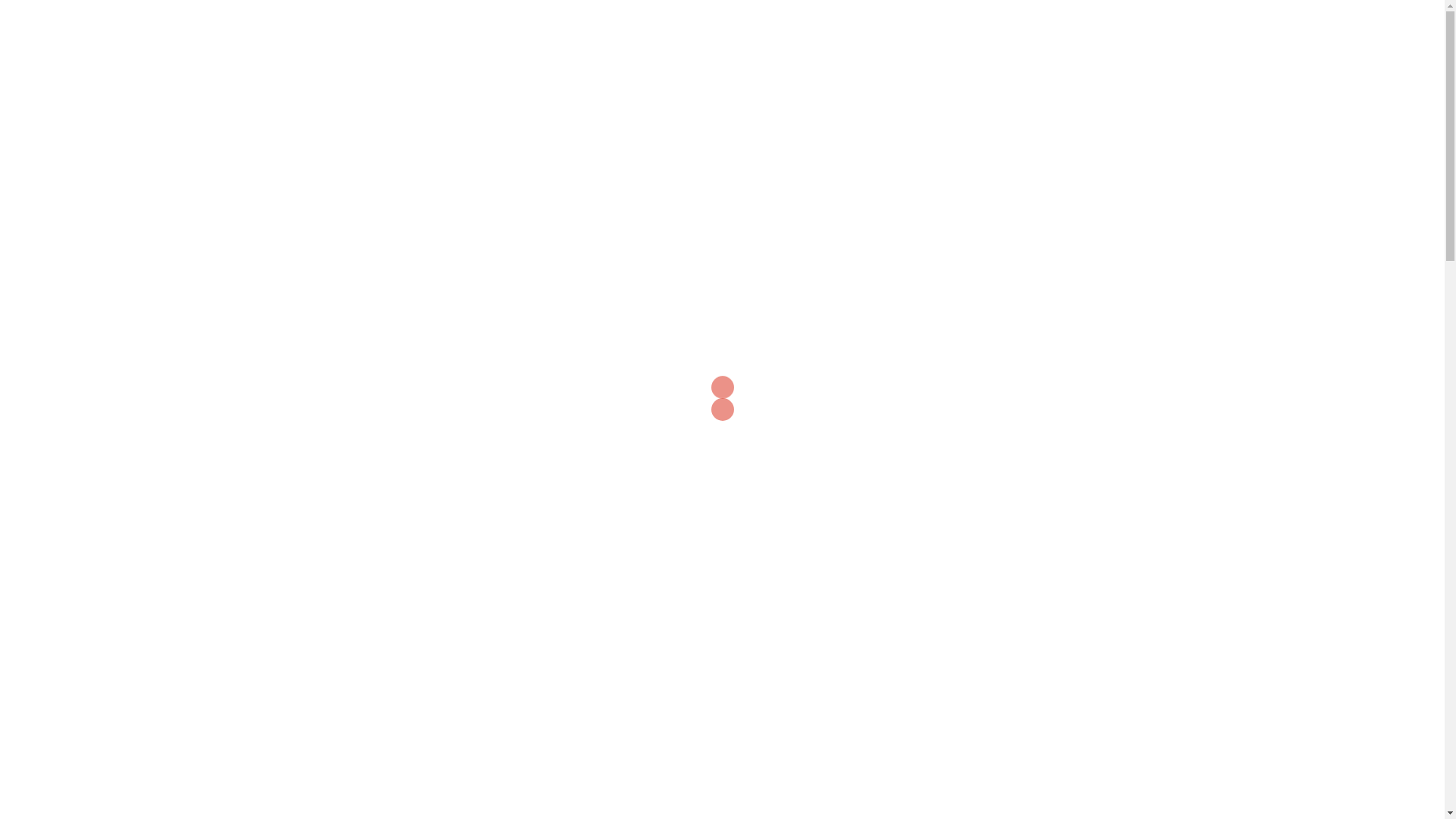  Describe the element at coordinates (920, 52) in the screenshot. I see `'Aktuelles'` at that location.